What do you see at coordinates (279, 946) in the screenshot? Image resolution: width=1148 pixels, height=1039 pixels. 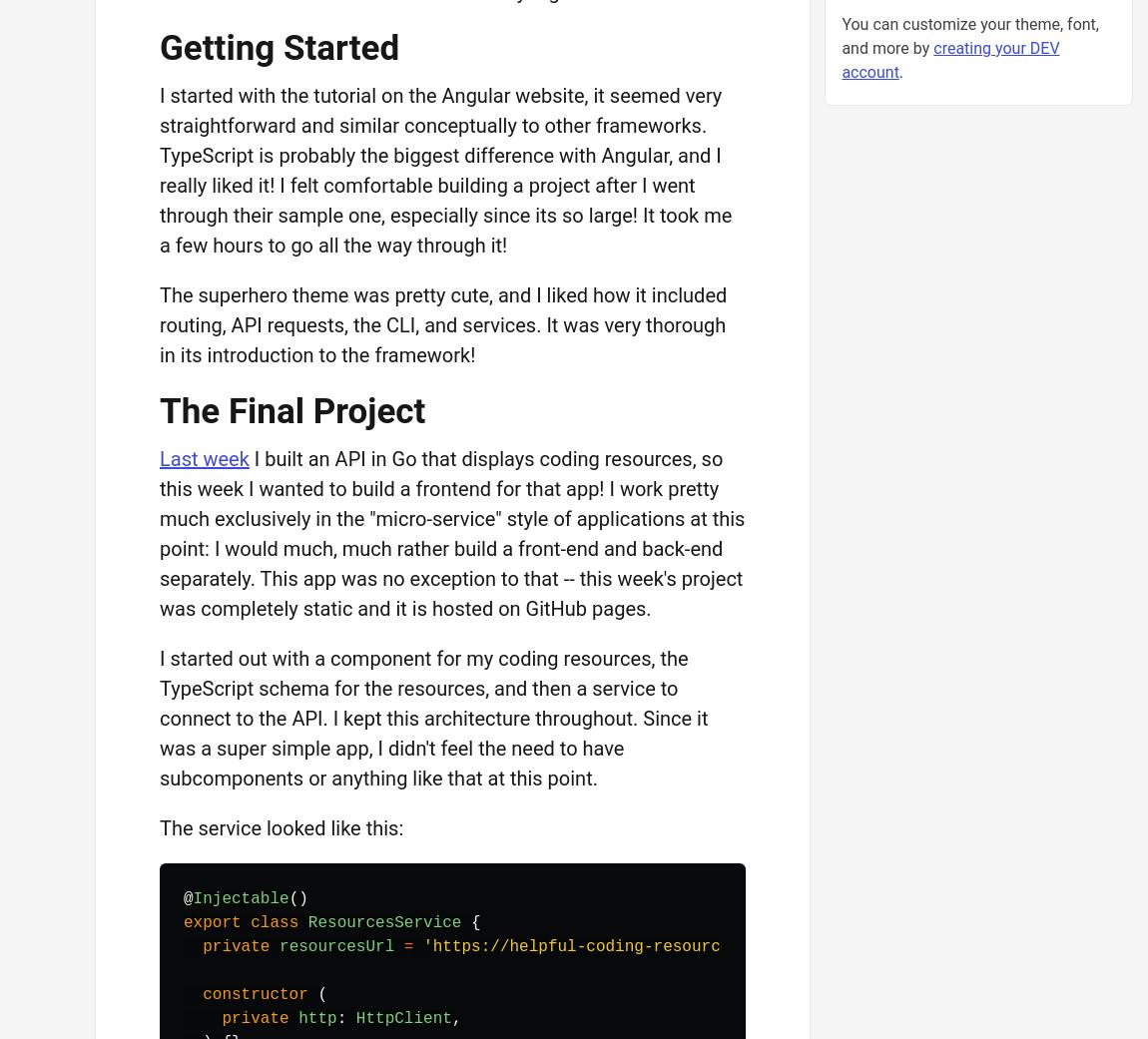 I see `'resourcesUrl'` at bounding box center [279, 946].